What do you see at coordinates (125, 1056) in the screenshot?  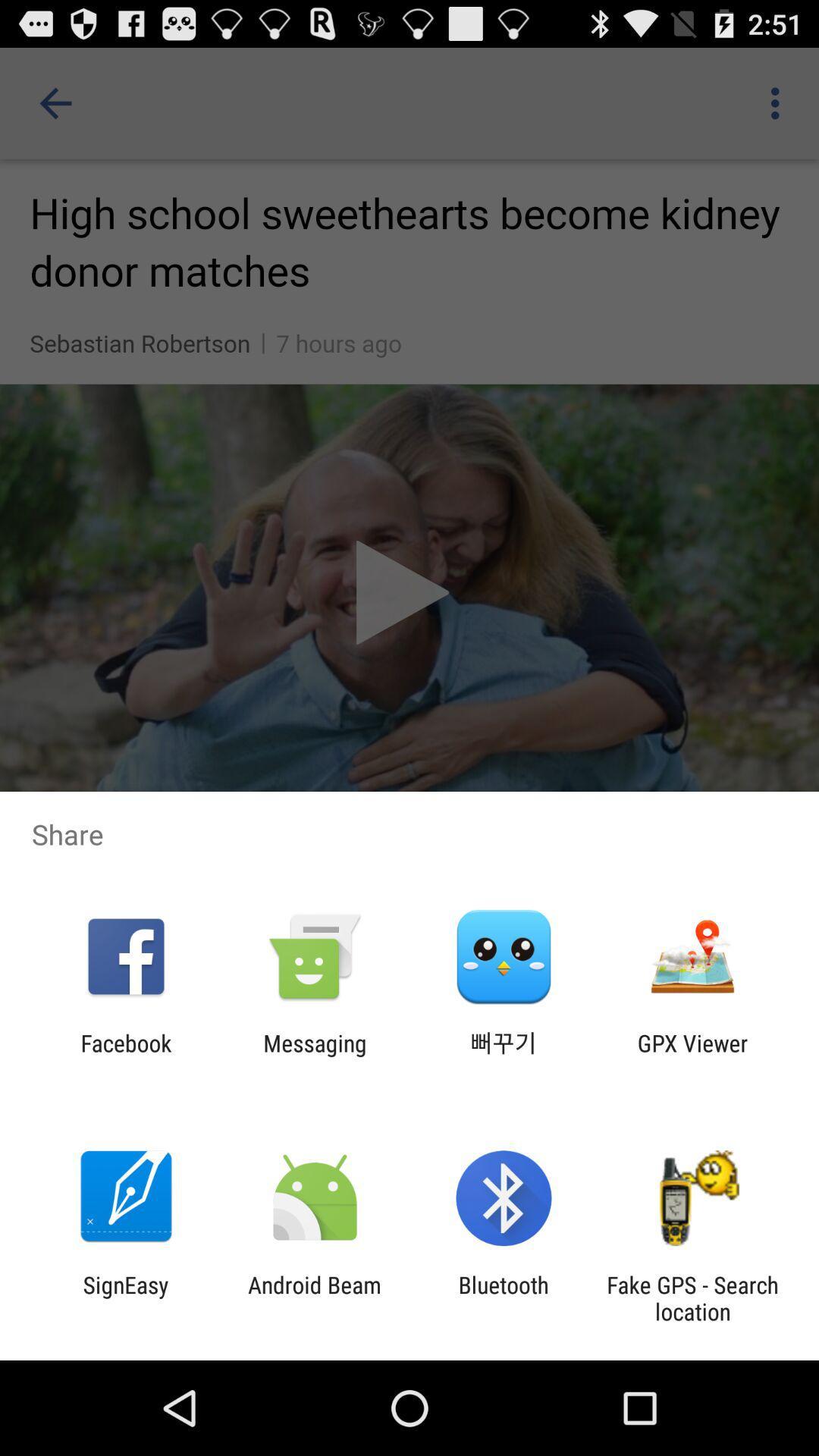 I see `the app next to the messaging icon` at bounding box center [125, 1056].